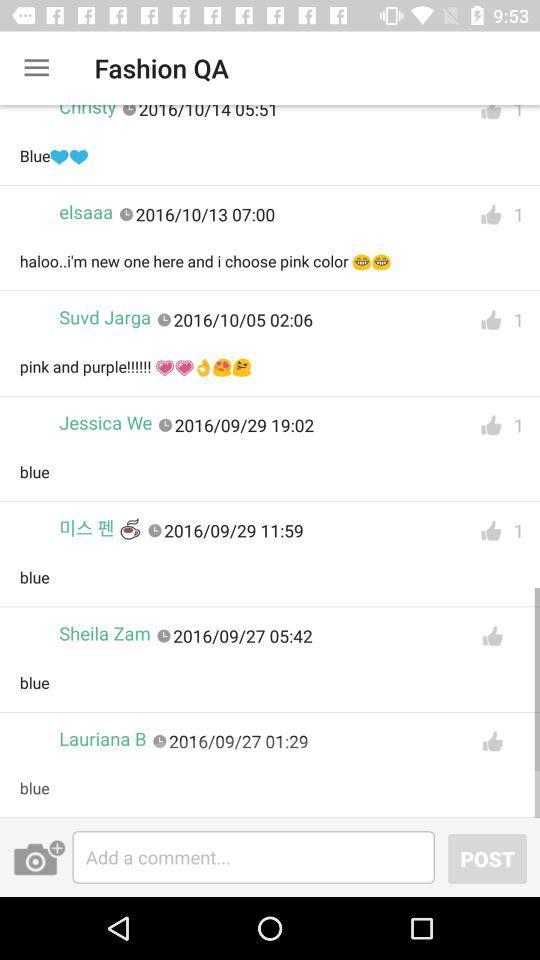 This screenshot has width=540, height=960. I want to click on like the post, so click(490, 530).